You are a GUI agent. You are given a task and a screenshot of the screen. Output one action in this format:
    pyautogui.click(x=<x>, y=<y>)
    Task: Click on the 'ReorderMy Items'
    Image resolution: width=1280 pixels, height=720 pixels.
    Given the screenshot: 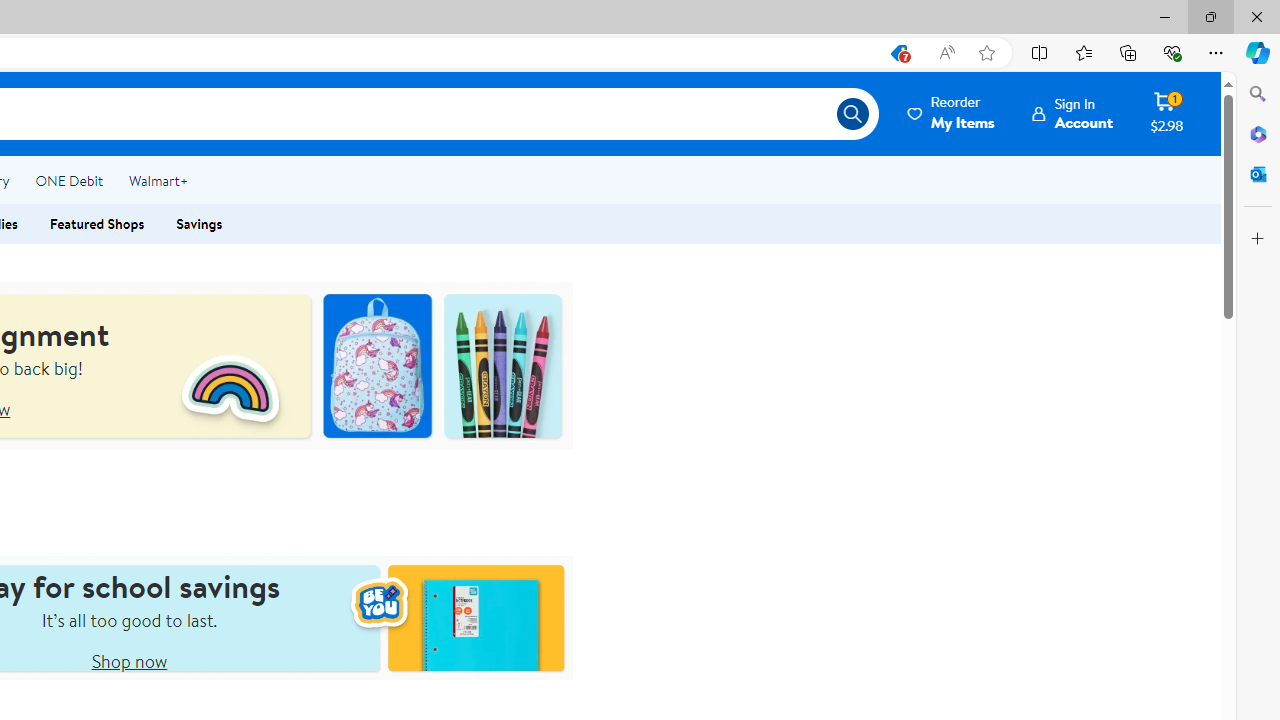 What is the action you would take?
    pyautogui.click(x=951, y=113)
    